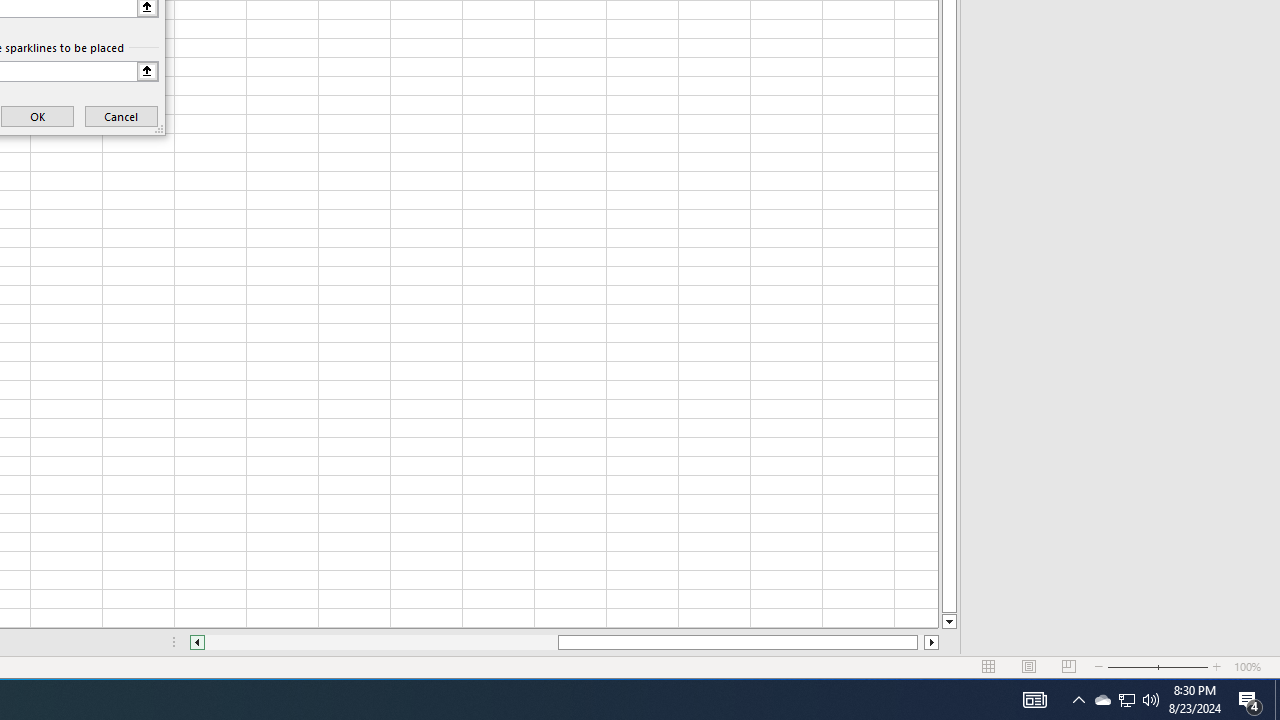 This screenshot has width=1280, height=720. I want to click on 'Page Layout', so click(1029, 667).